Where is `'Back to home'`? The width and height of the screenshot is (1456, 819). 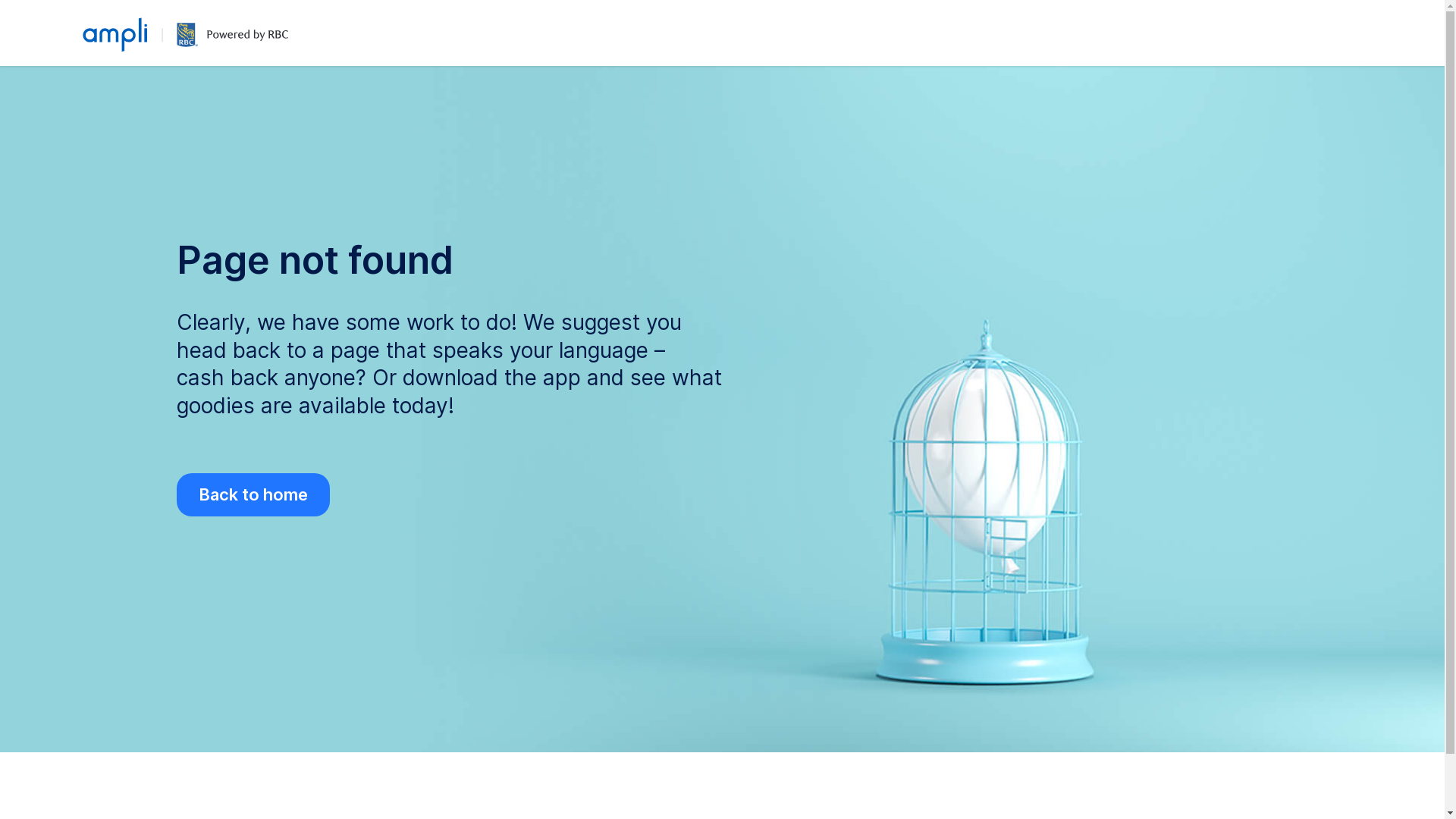 'Back to home' is located at coordinates (252, 494).